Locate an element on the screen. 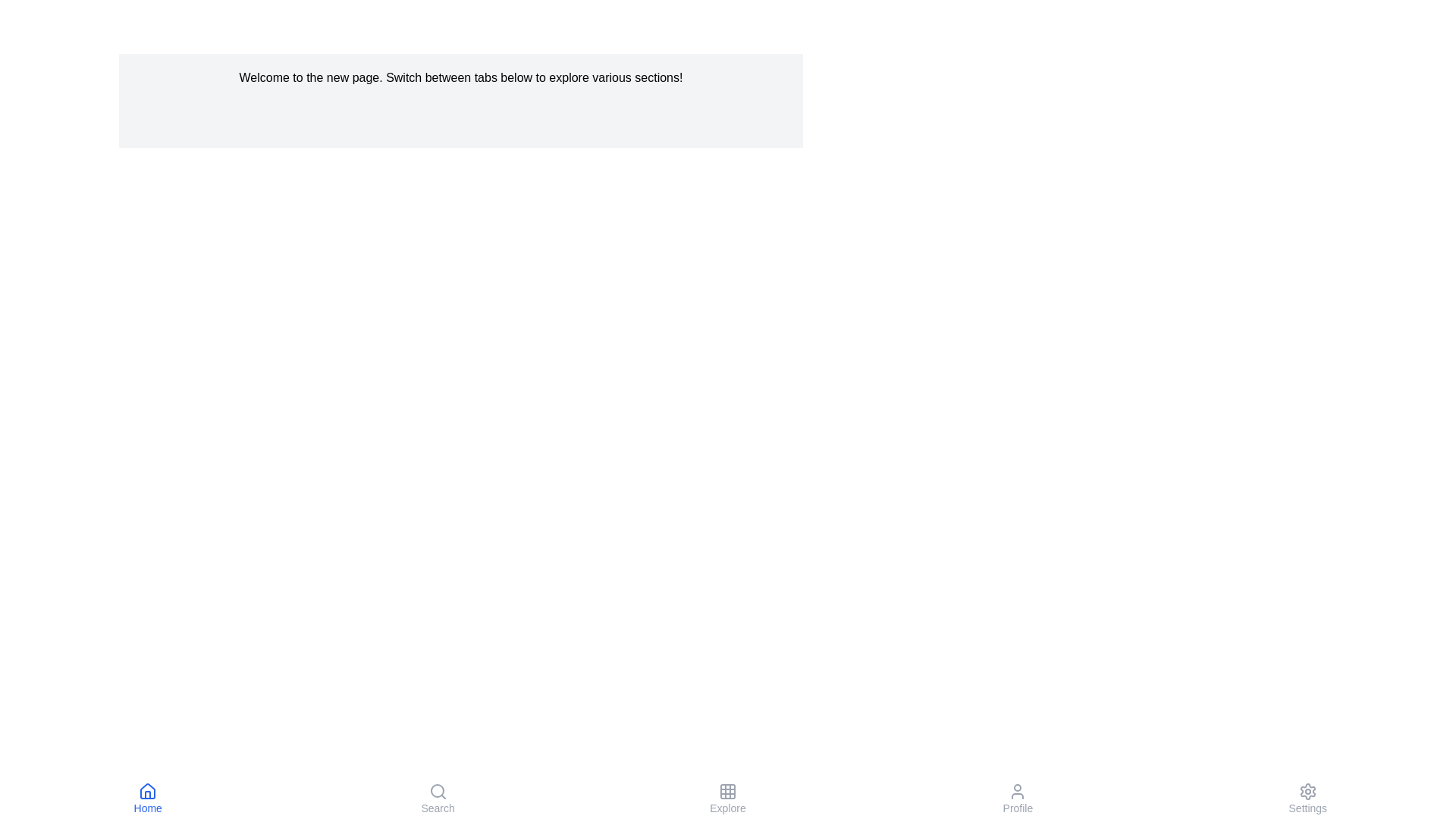 The image size is (1456, 819). the blue house icon located in the center of the bottom navigation bar is located at coordinates (148, 791).